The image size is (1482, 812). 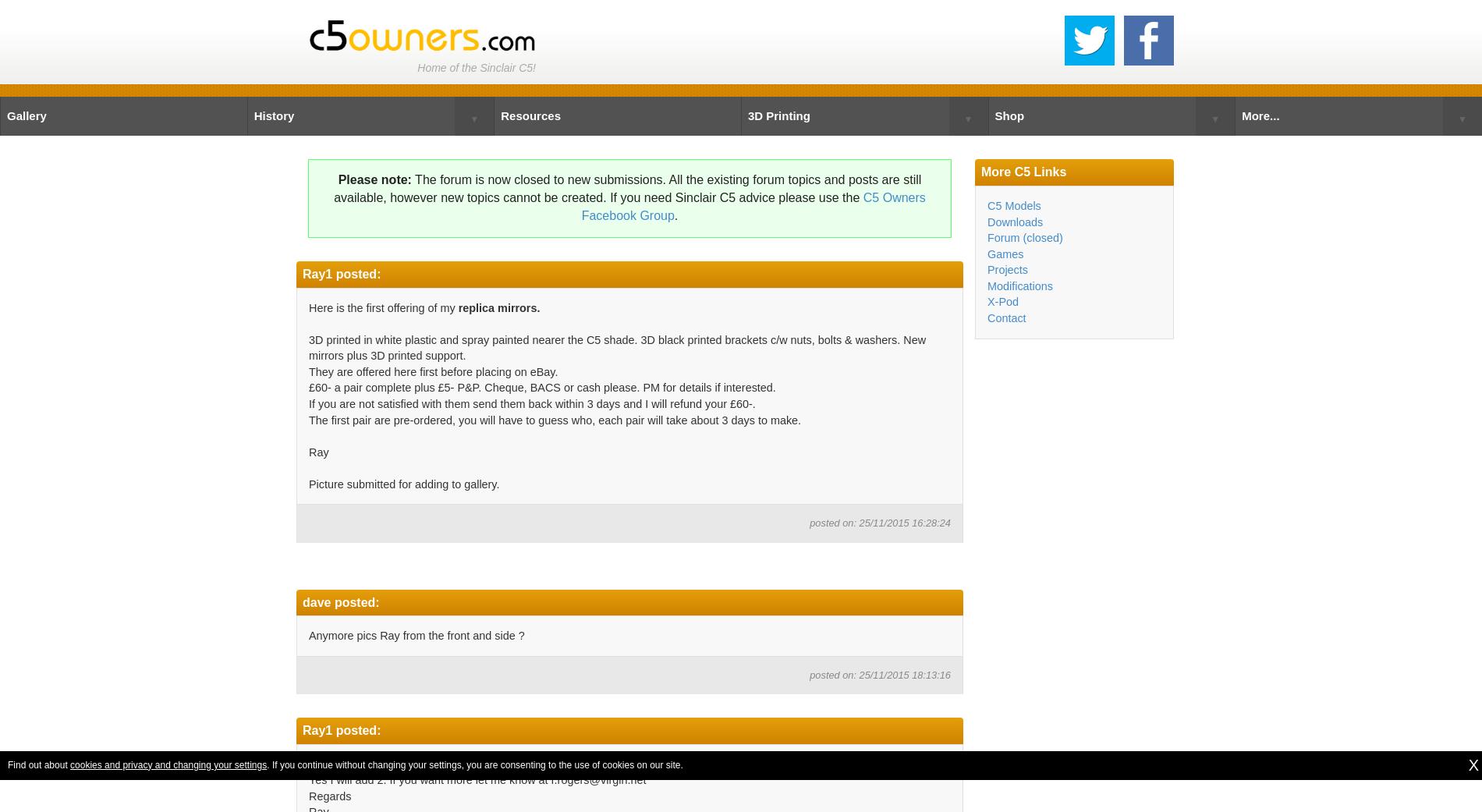 What do you see at coordinates (616, 346) in the screenshot?
I see `'3D printed in white plastic and spray painted nearer the C5 shade. 3D black printed brackets c/w nuts, bolts & washers. New mirrors plus 3D printed support.'` at bounding box center [616, 346].